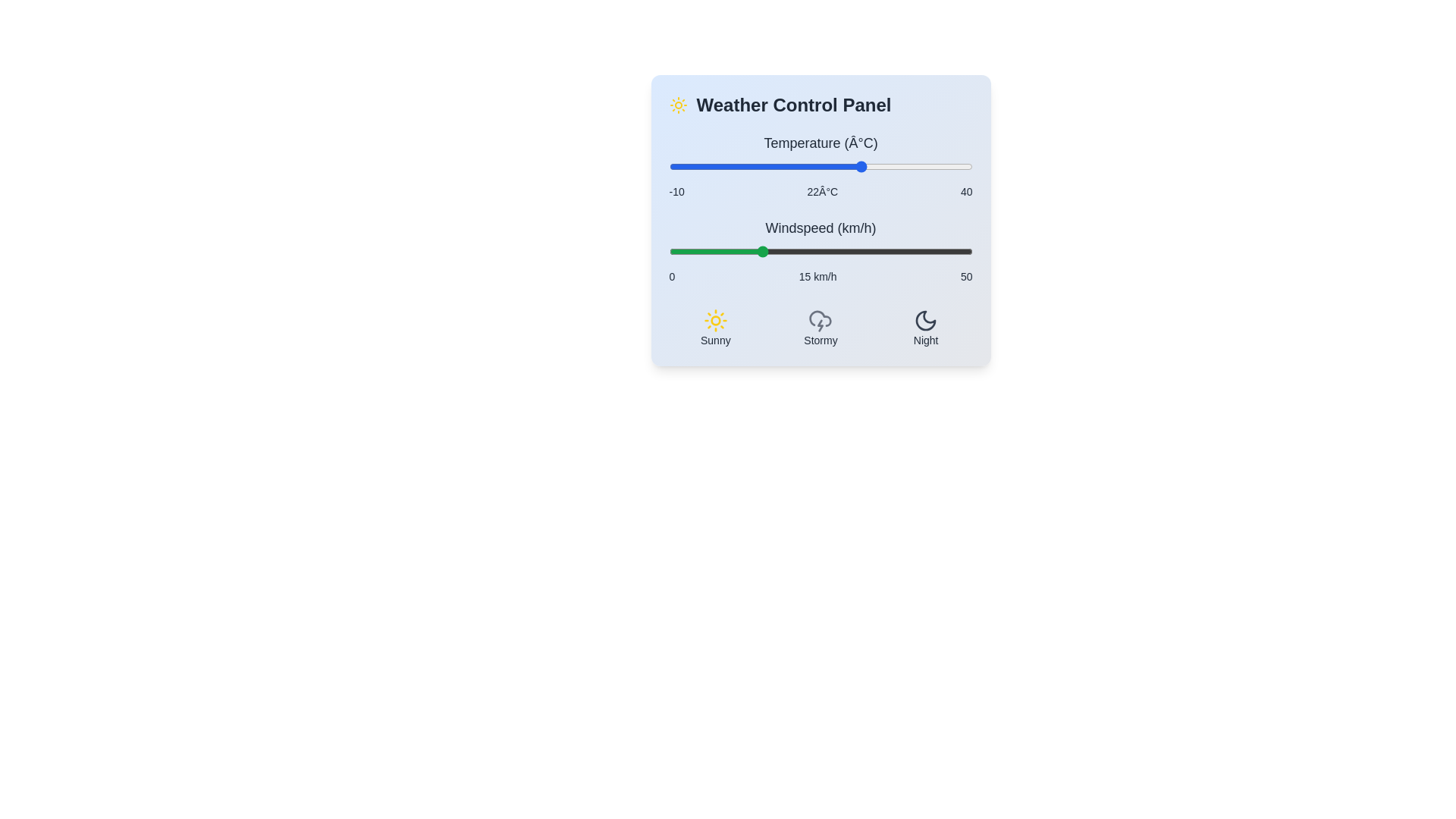  What do you see at coordinates (893, 166) in the screenshot?
I see `the Temperature slider` at bounding box center [893, 166].